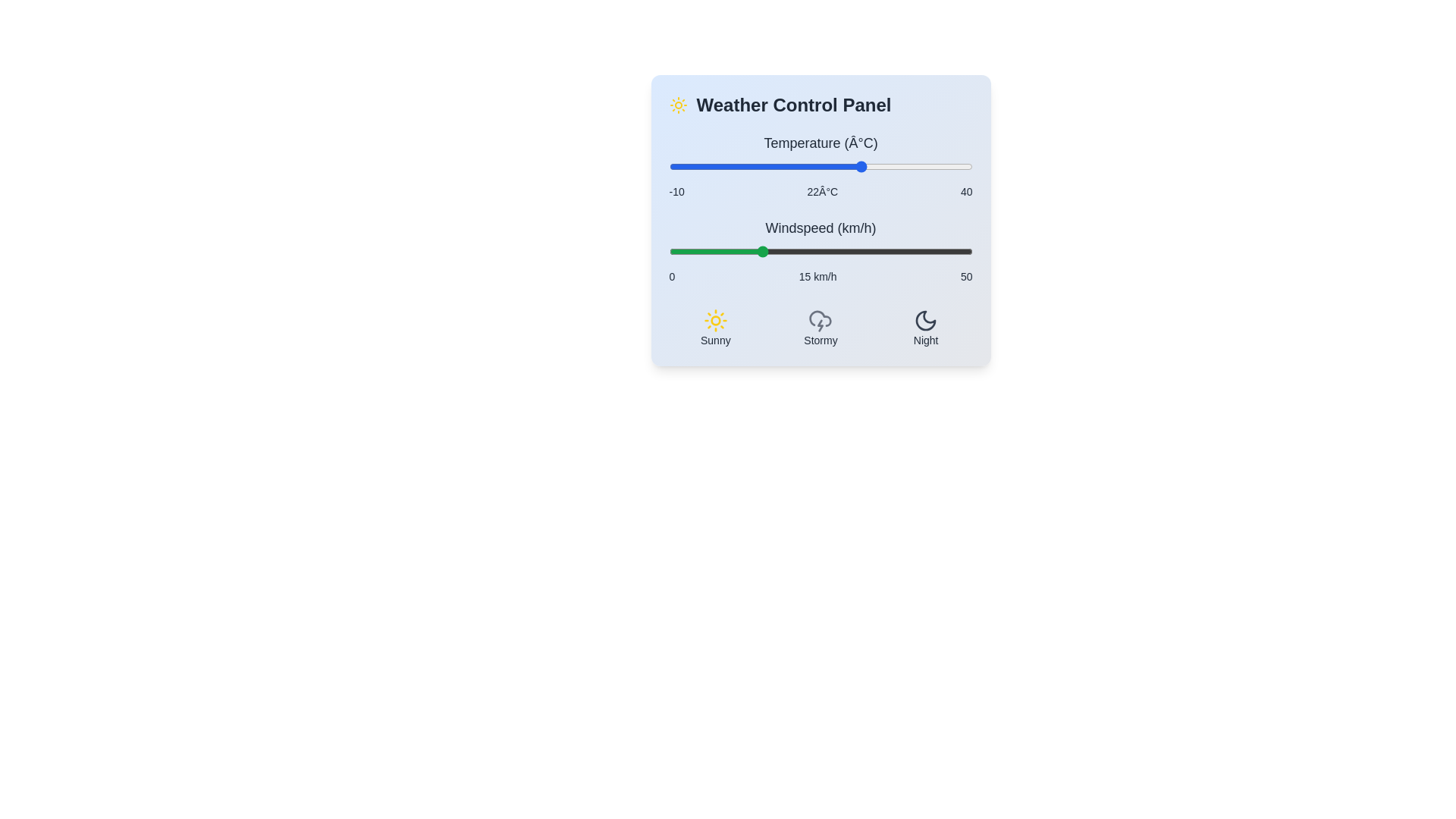  What do you see at coordinates (893, 166) in the screenshot?
I see `the Temperature slider` at bounding box center [893, 166].